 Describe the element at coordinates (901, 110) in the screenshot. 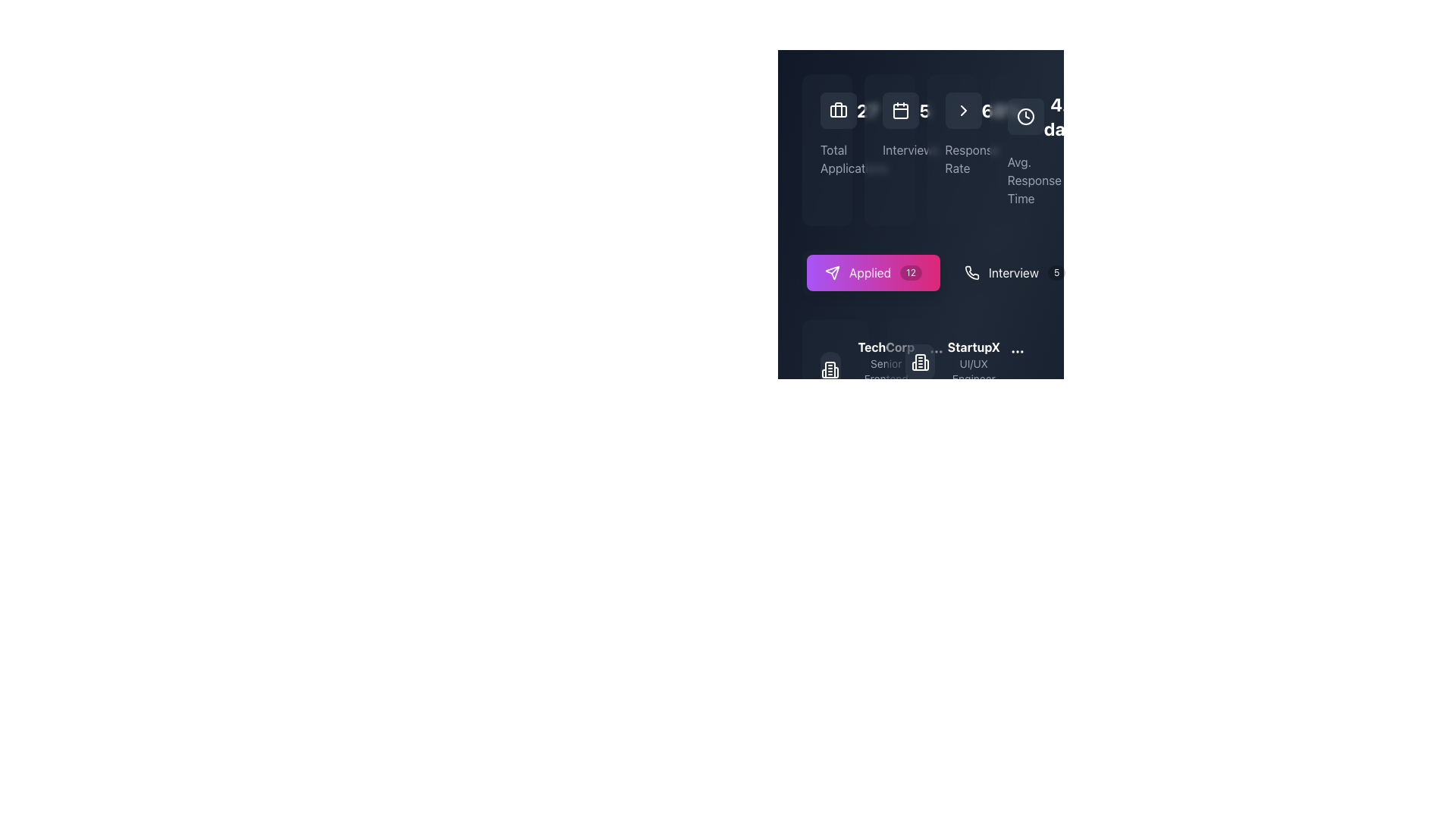

I see `the square-shaped icon with rounded corners featuring a dark gray background and a white calendar symbol, located as the third icon from the left in the top row of icons` at that location.